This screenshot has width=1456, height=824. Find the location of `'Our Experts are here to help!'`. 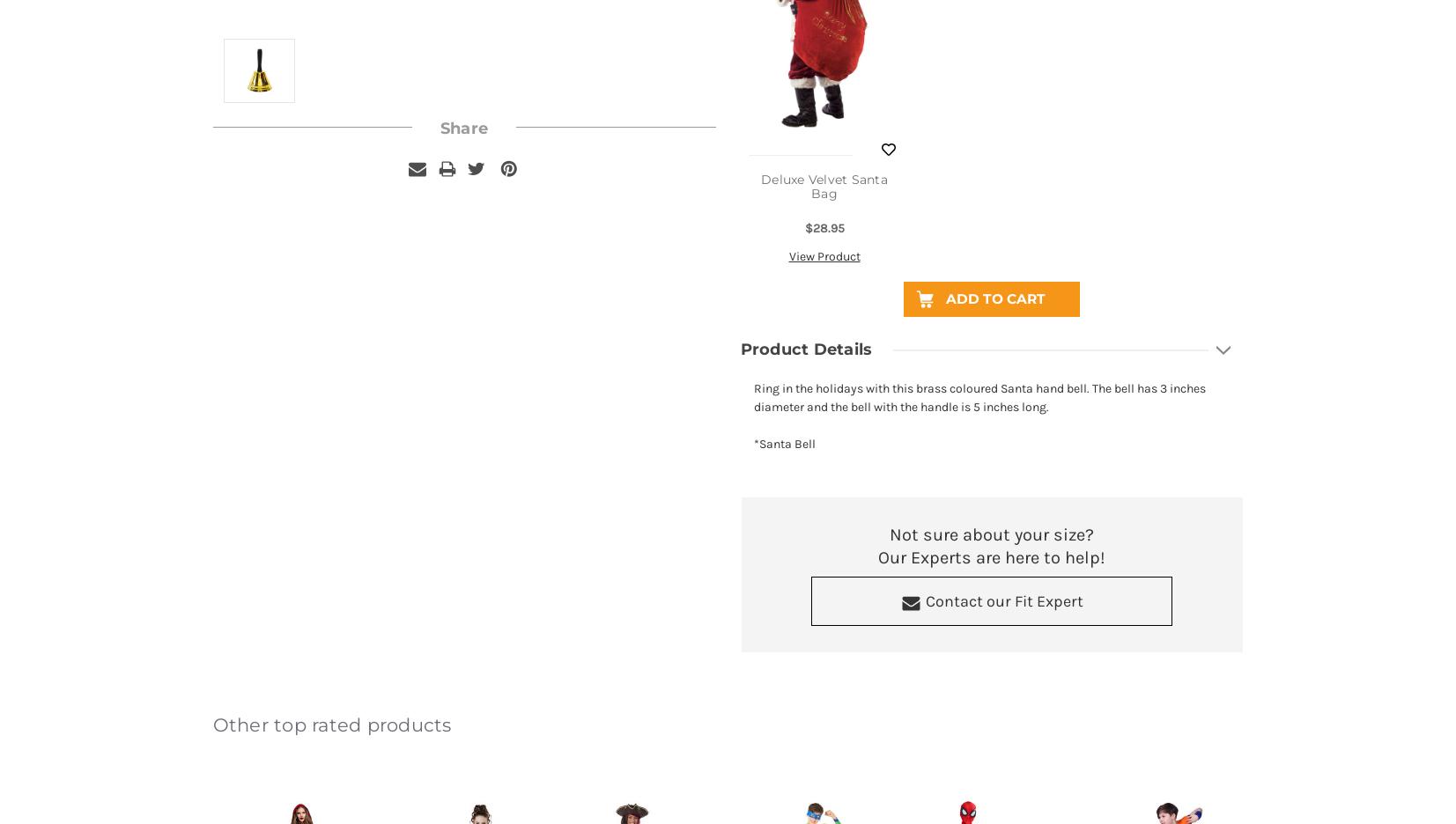

'Our Experts are here to help!' is located at coordinates (992, 556).